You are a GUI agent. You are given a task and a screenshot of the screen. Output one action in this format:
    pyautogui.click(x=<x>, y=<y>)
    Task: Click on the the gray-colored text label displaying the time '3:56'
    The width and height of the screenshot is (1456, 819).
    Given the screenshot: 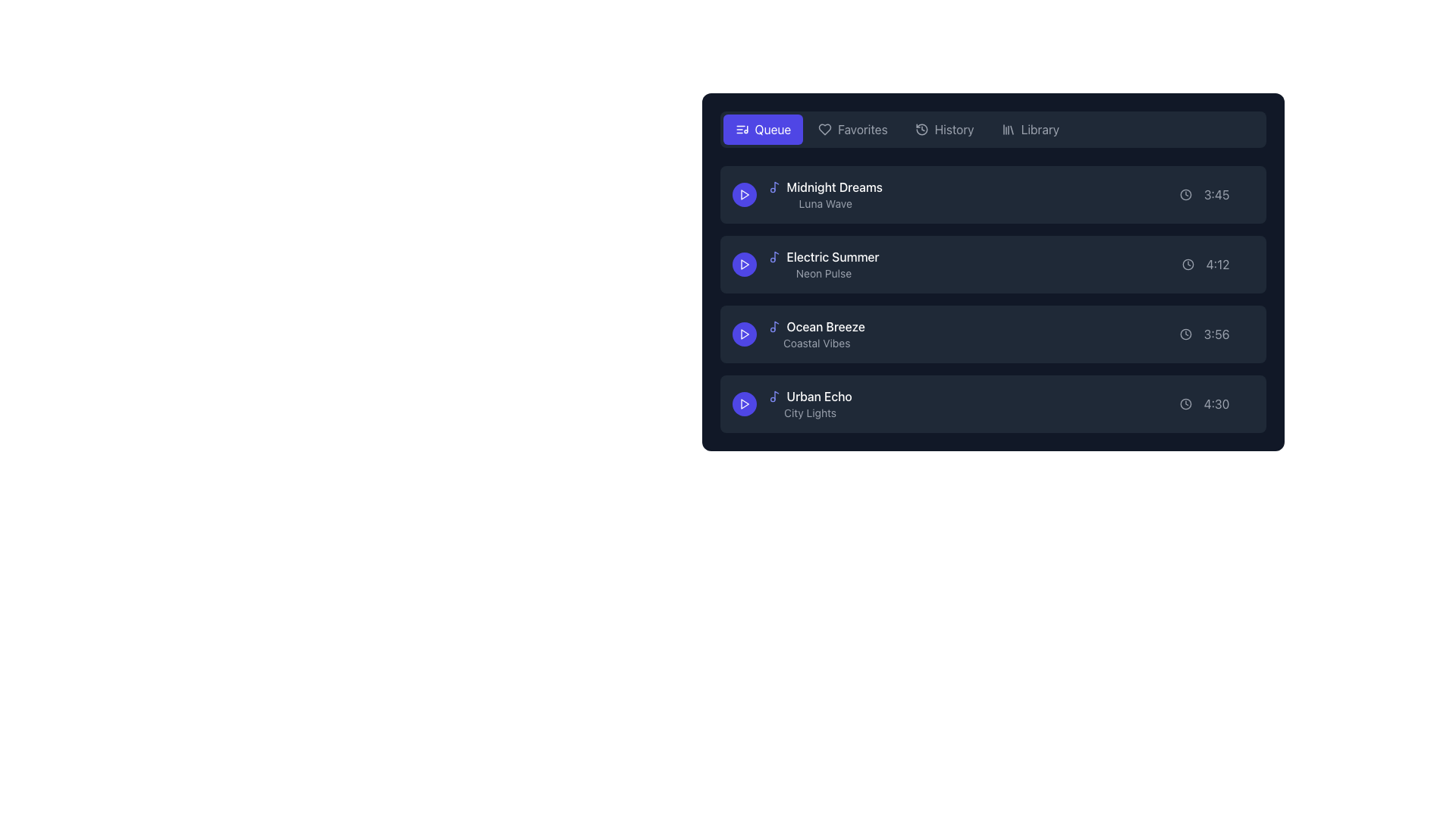 What is the action you would take?
    pyautogui.click(x=1216, y=333)
    